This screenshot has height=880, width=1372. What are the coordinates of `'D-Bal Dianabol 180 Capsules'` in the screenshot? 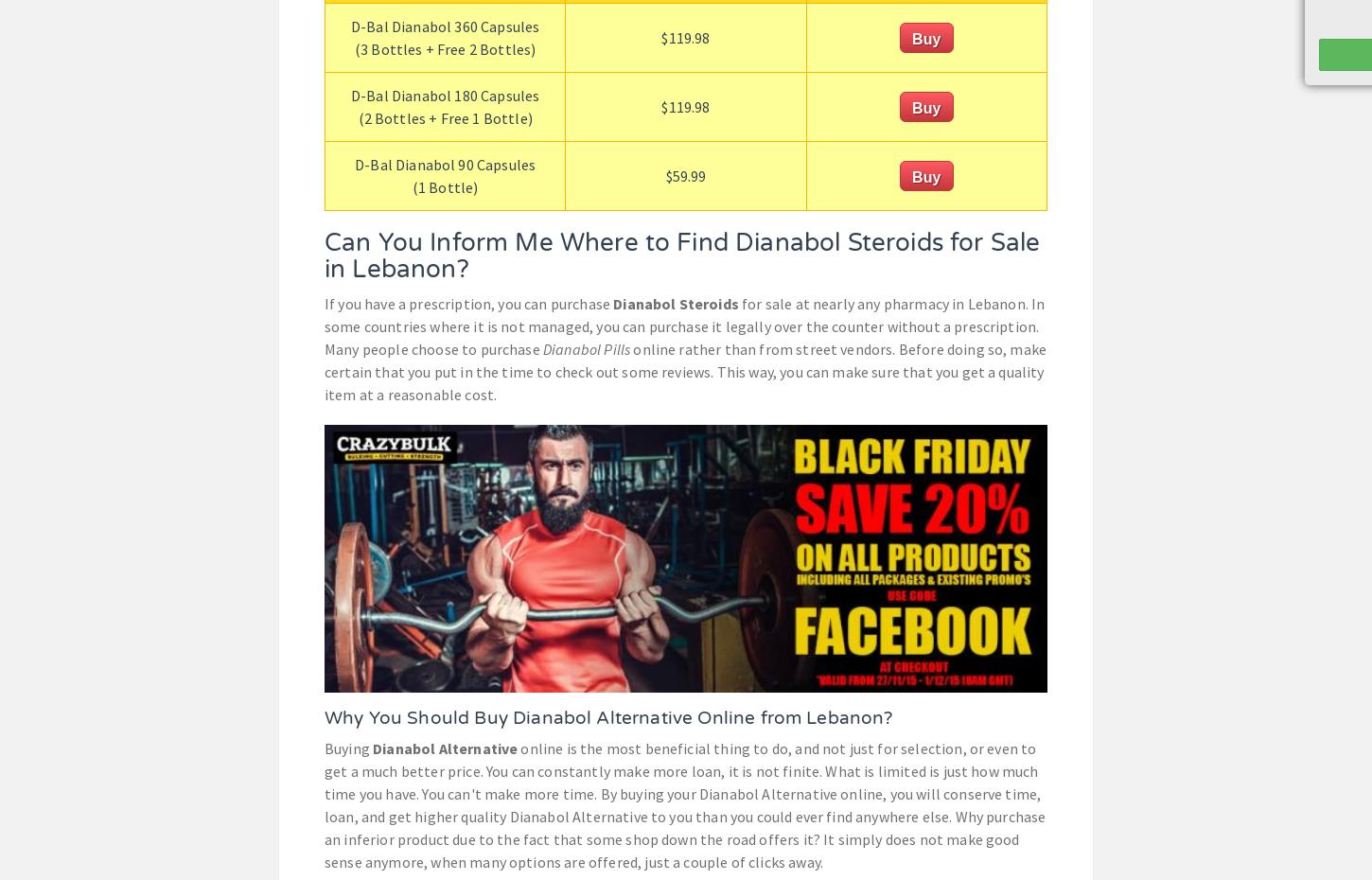 It's located at (444, 94).